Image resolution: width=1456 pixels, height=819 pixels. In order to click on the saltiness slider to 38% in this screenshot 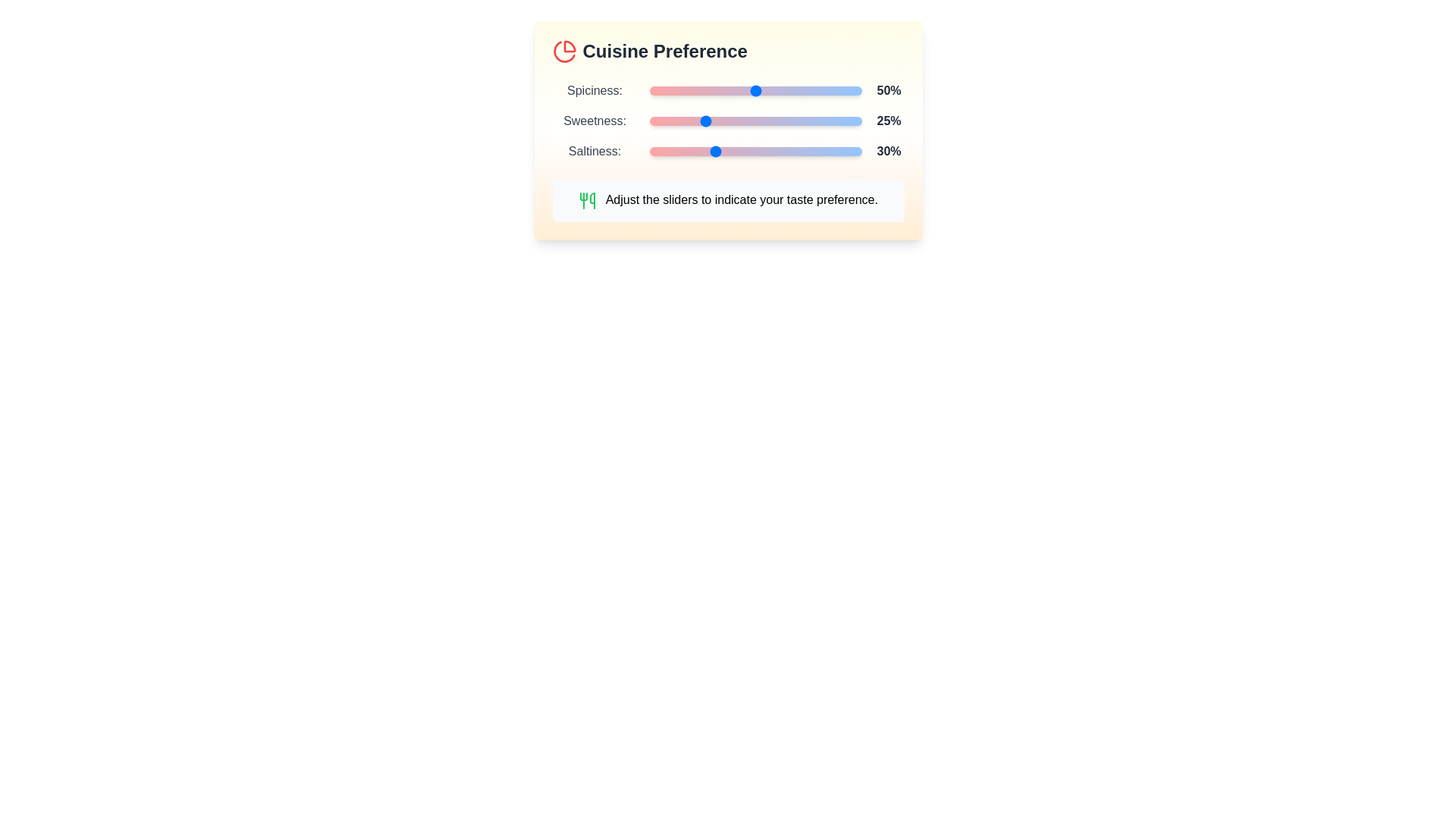, I will do `click(730, 152)`.